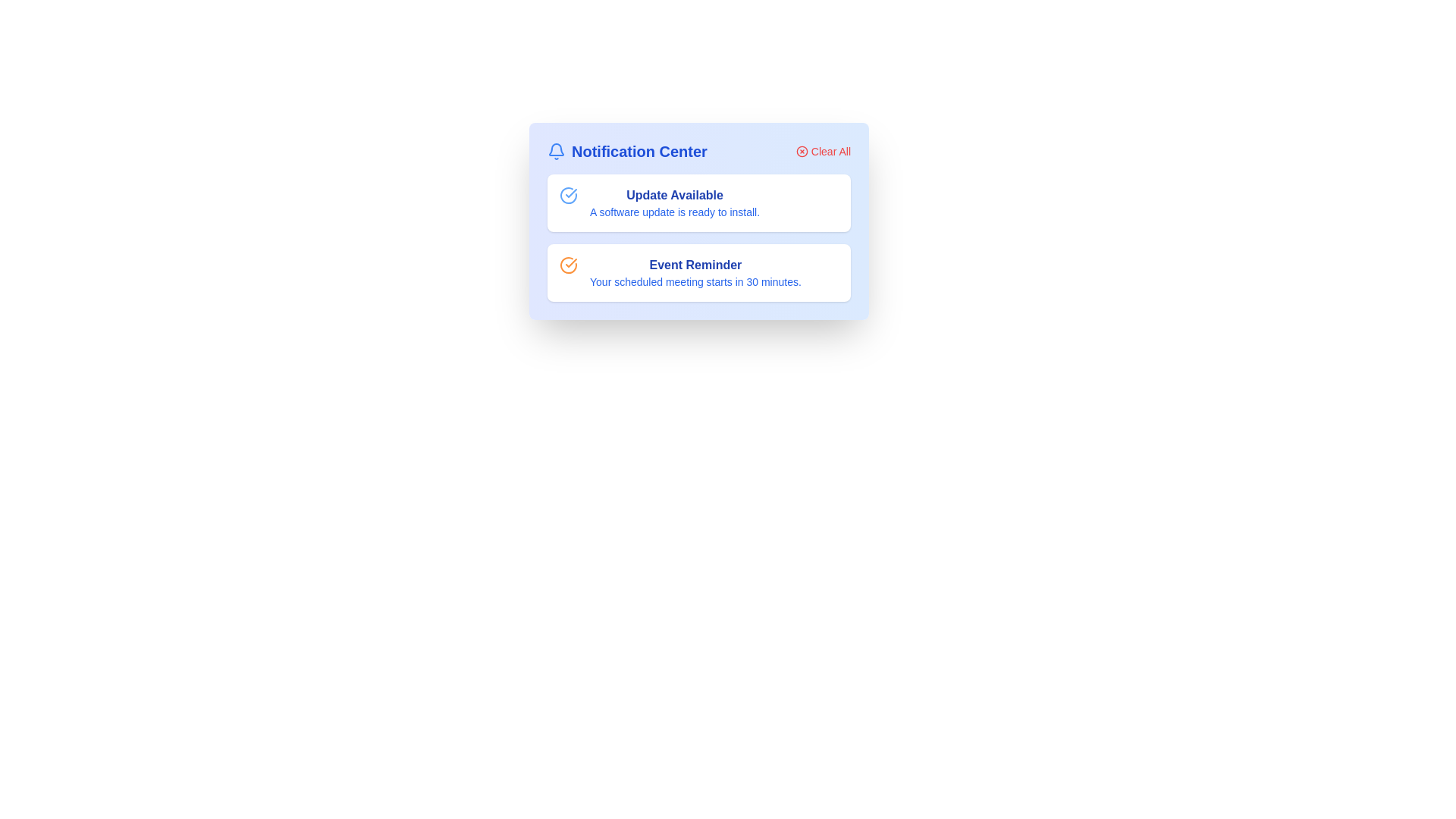  Describe the element at coordinates (556, 149) in the screenshot. I see `the notification icon located at the top-left area of the notification card, which is part of the 'Notification Center' section` at that location.